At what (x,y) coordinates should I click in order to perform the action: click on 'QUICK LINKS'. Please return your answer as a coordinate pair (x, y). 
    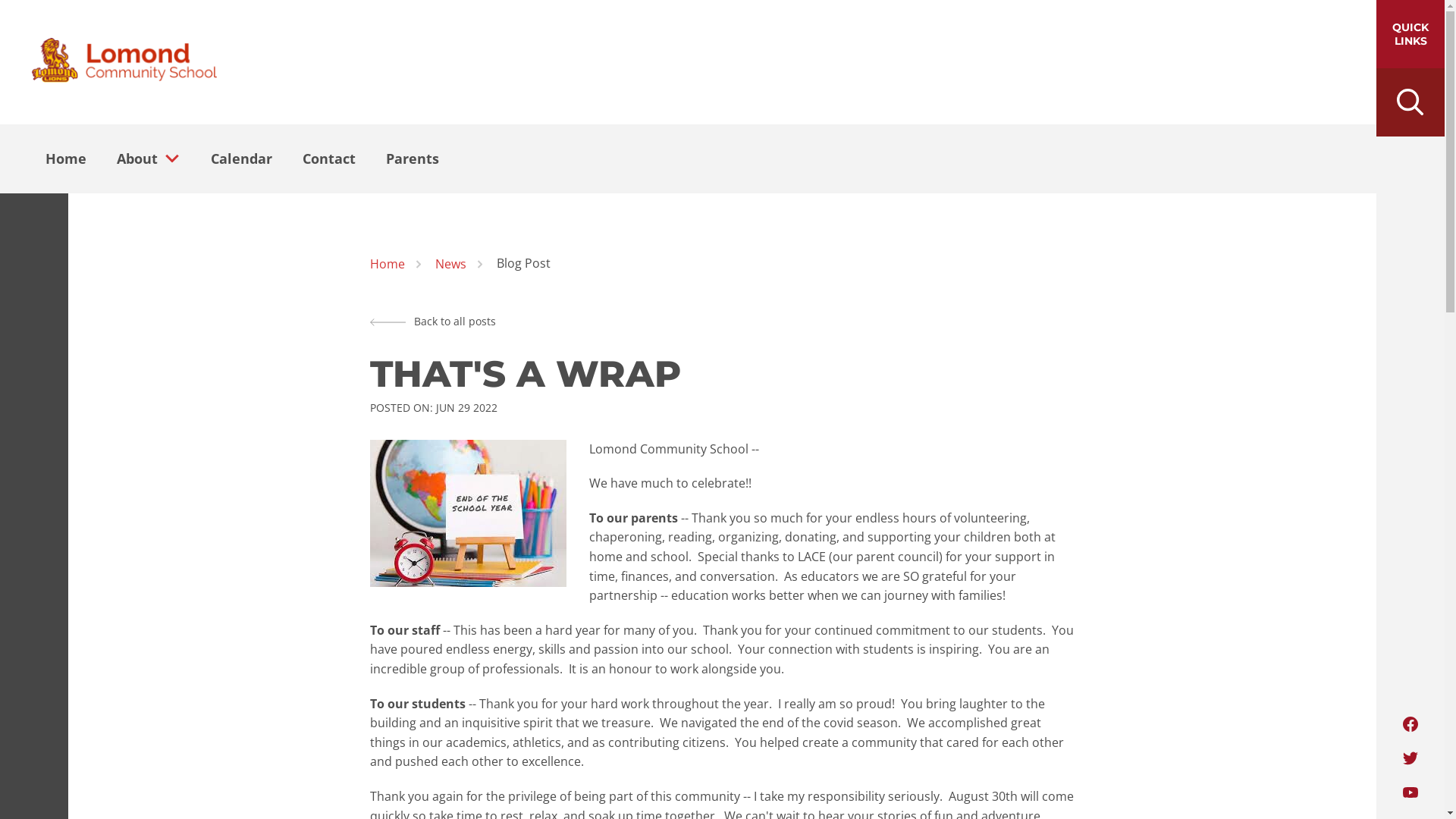
    Looking at the image, I should click on (1410, 34).